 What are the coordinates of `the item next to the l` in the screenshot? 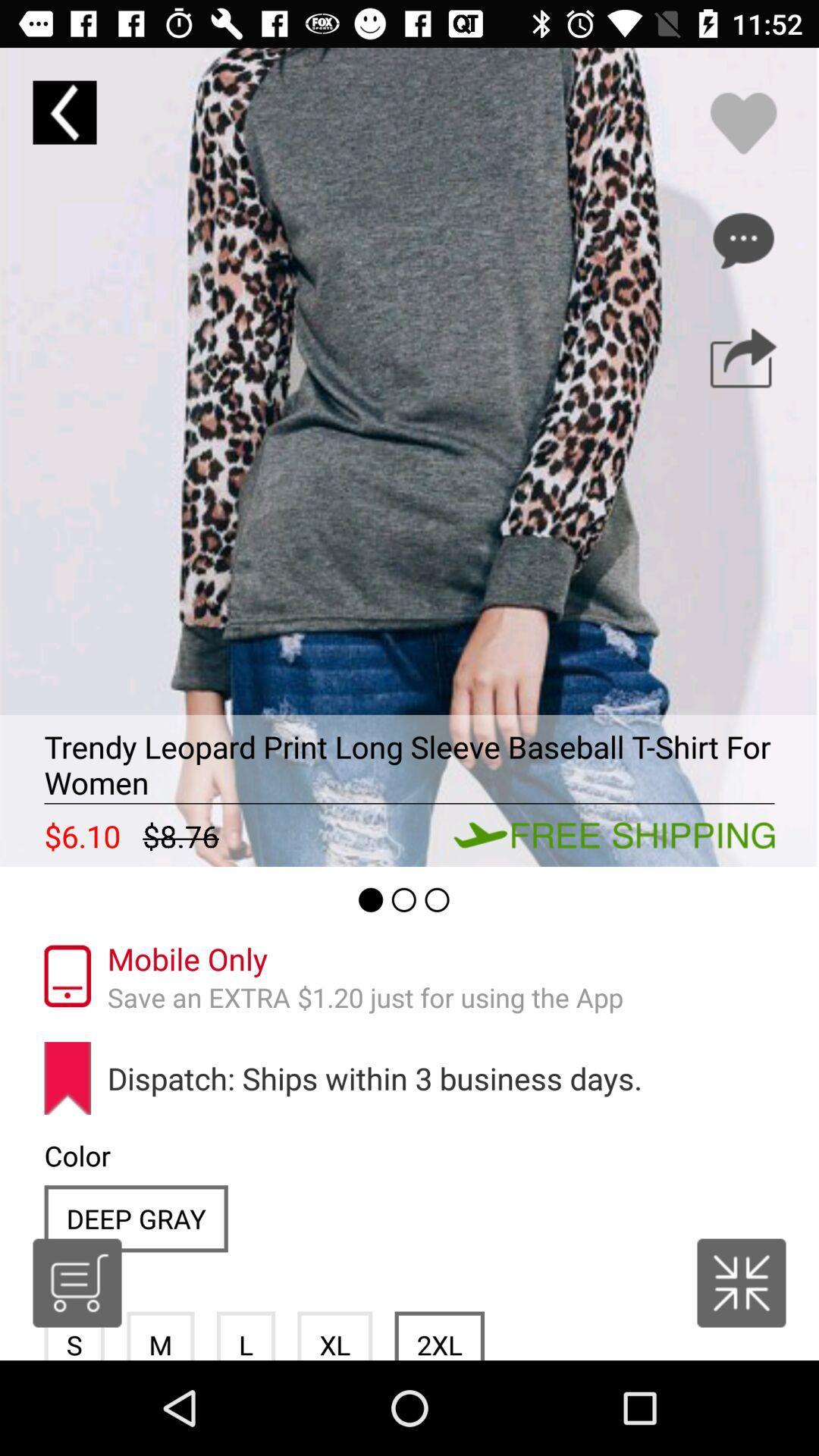 It's located at (334, 1335).